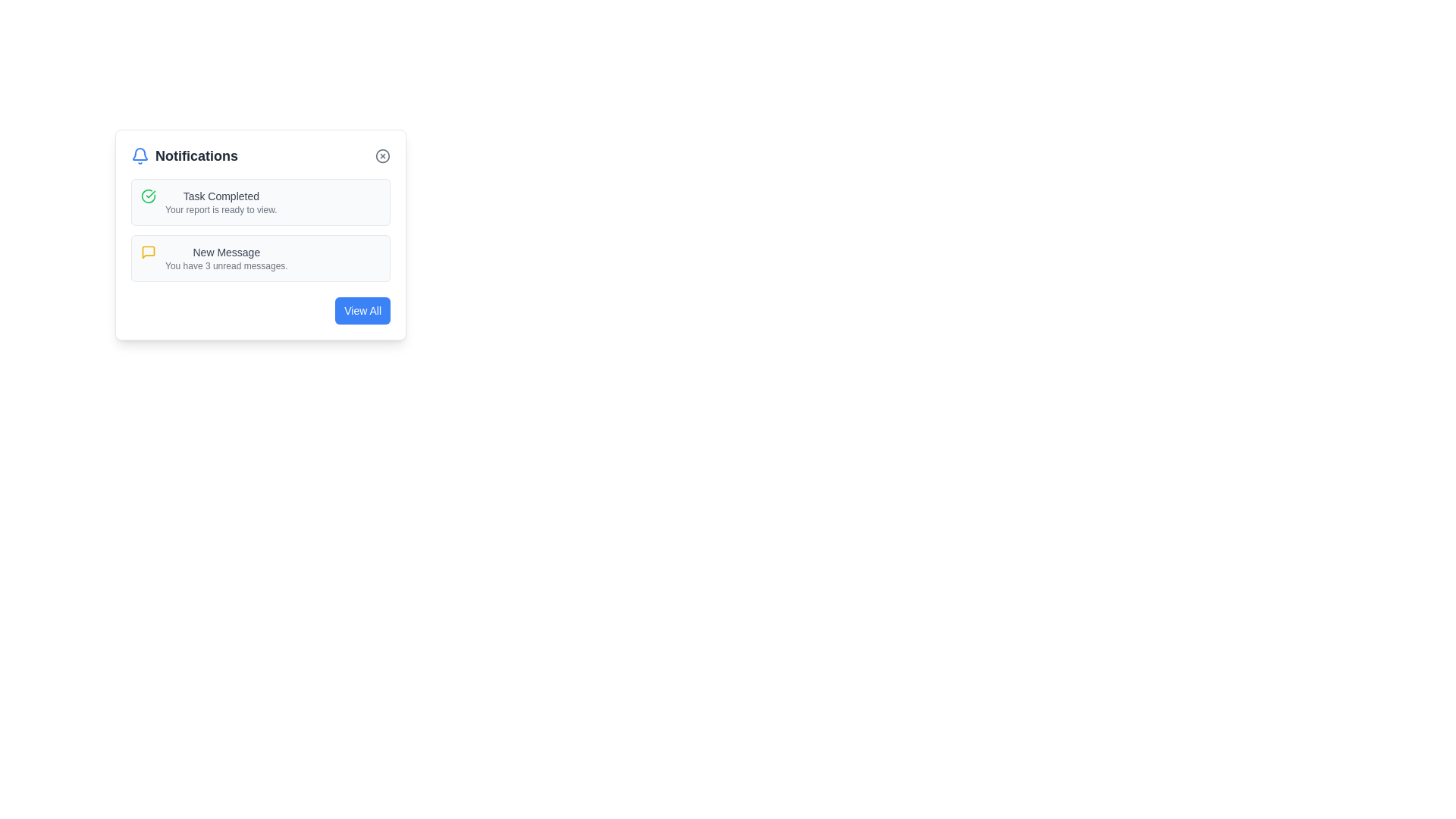 Image resolution: width=1456 pixels, height=819 pixels. I want to click on the icon representing new messages located to the left of the 'New Message' text in the notification section, so click(149, 251).